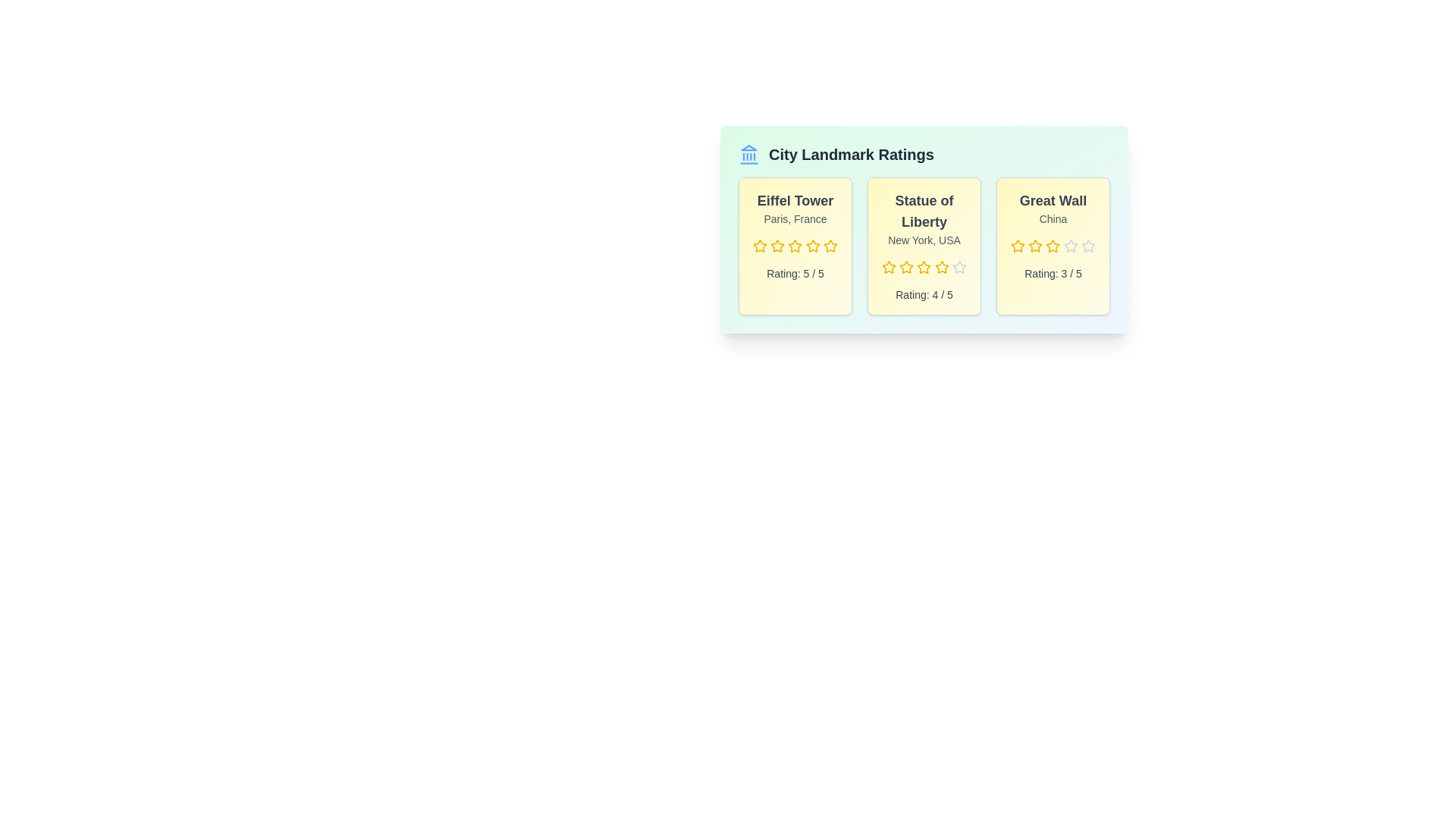 The height and width of the screenshot is (819, 1456). I want to click on the header of the component to interact with it, so click(924, 155).